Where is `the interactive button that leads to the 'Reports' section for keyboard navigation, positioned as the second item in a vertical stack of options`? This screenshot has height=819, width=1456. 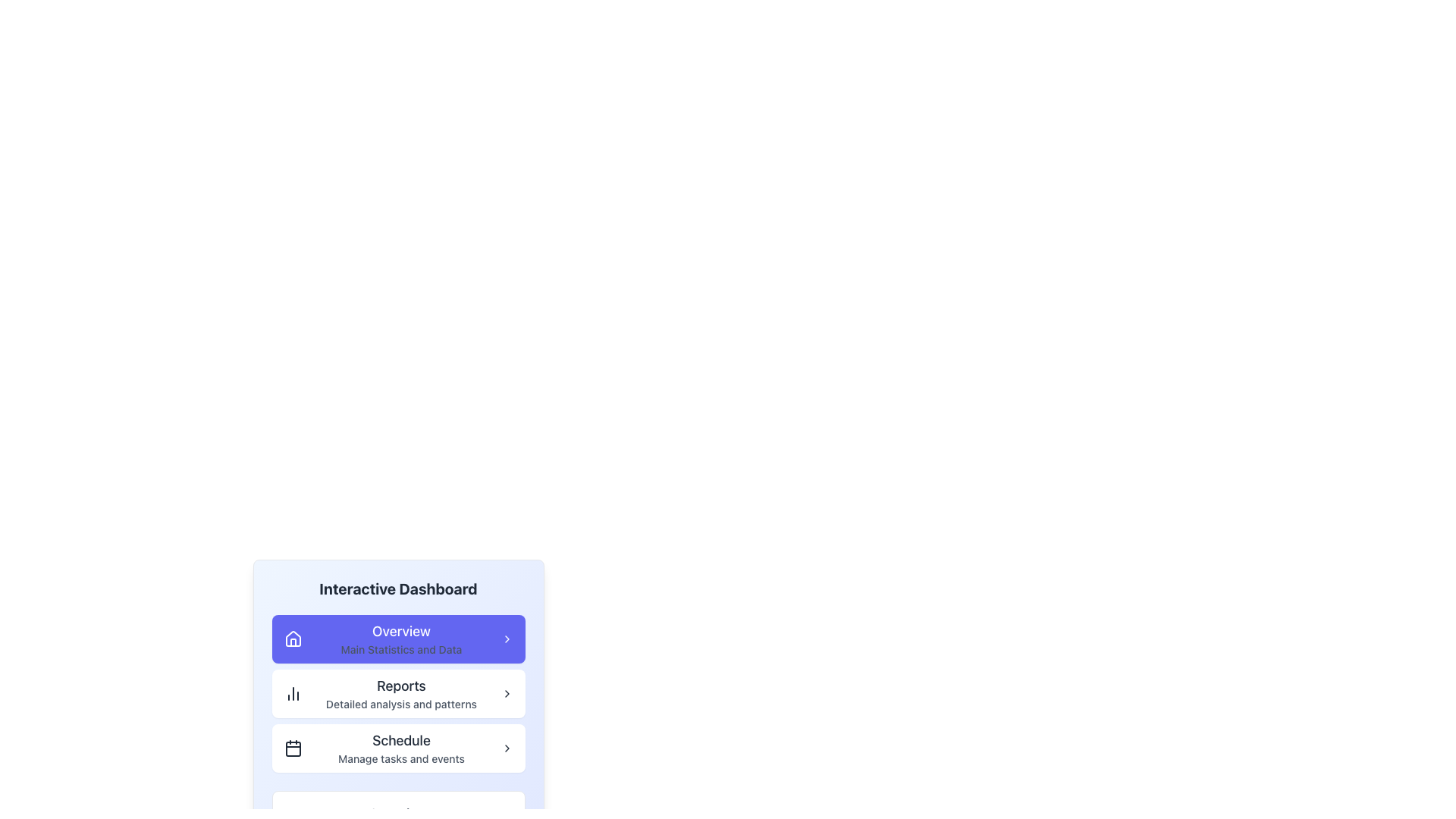
the interactive button that leads to the 'Reports' section for keyboard navigation, positioned as the second item in a vertical stack of options is located at coordinates (398, 693).